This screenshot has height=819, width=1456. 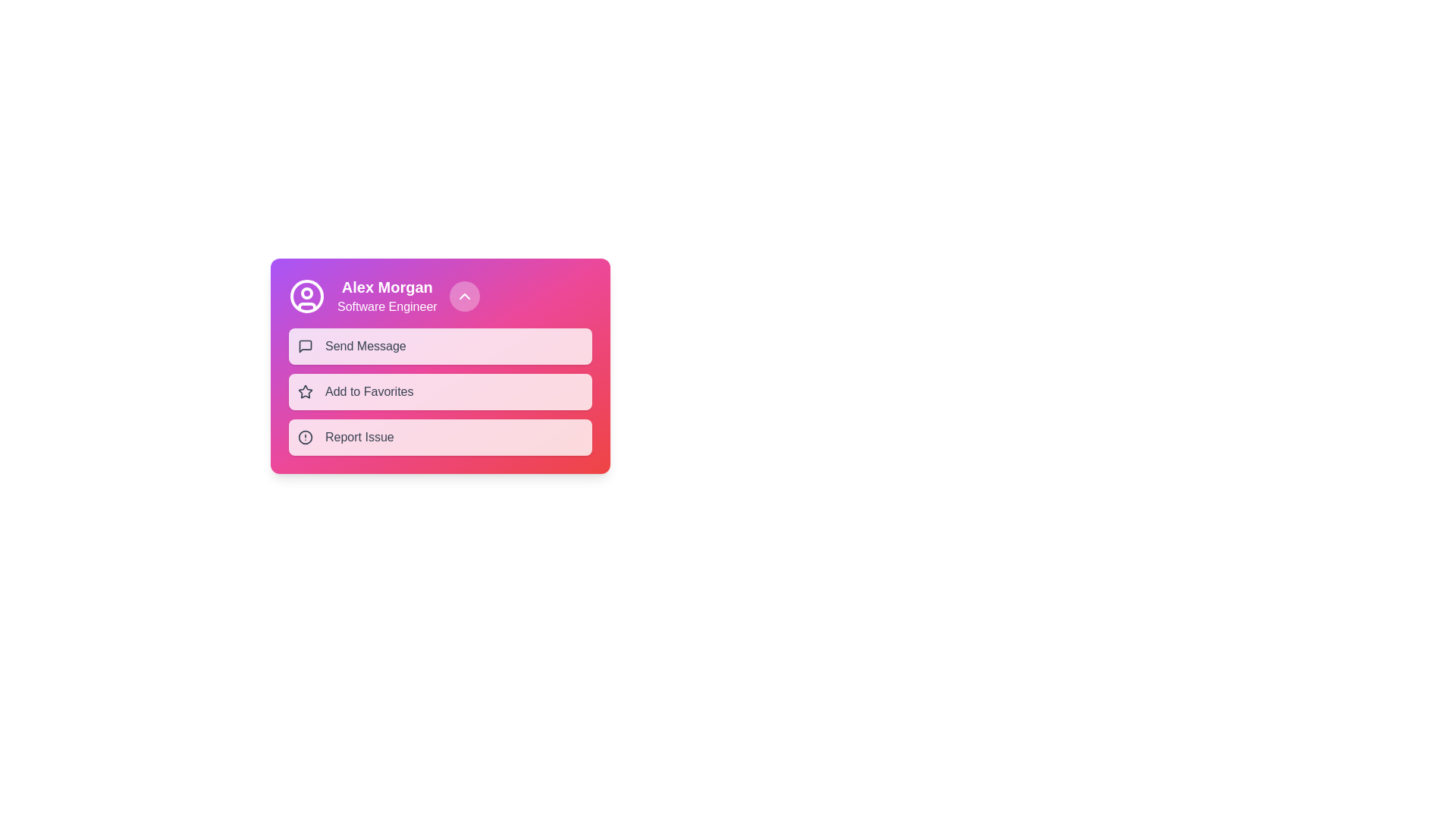 What do you see at coordinates (387, 287) in the screenshot?
I see `the bold label displaying the name 'Alex Morgan', which is styled with white text on a gradient background and positioned at the top-left section of the card component` at bounding box center [387, 287].